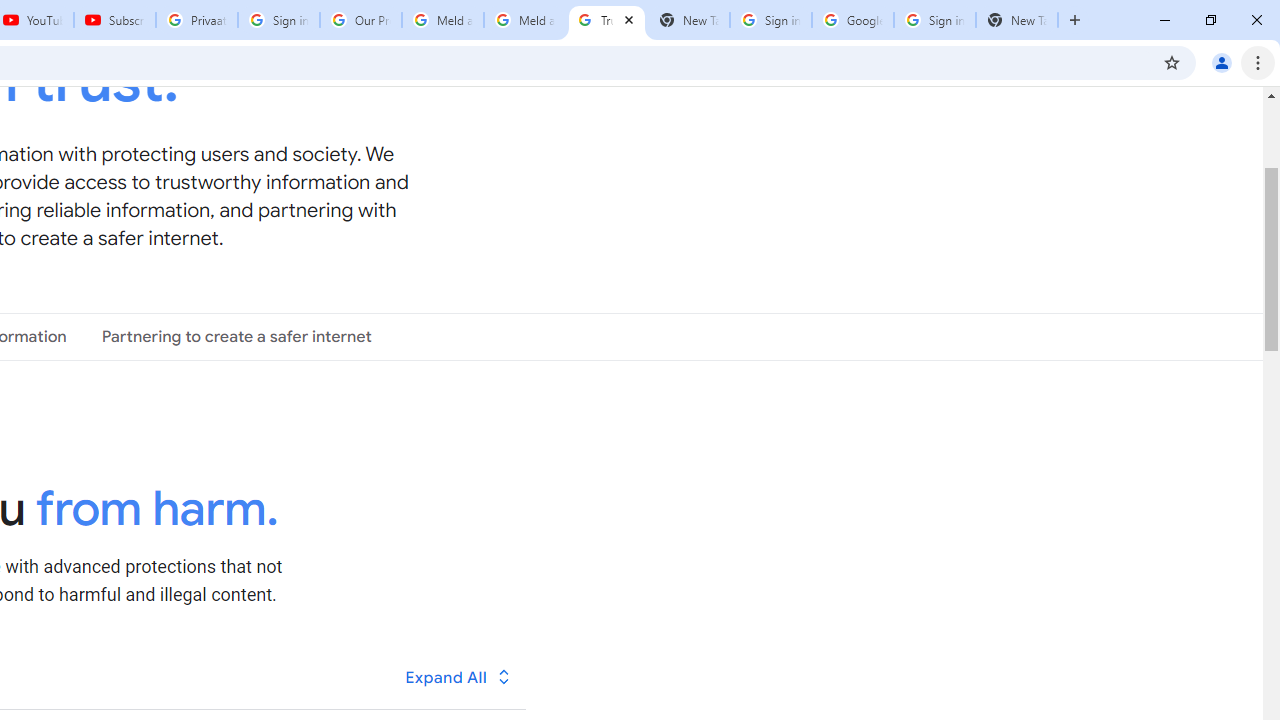 The image size is (1280, 720). Describe the element at coordinates (852, 20) in the screenshot. I see `'Google Cybersecurity Innovations - Google Safety Center'` at that location.